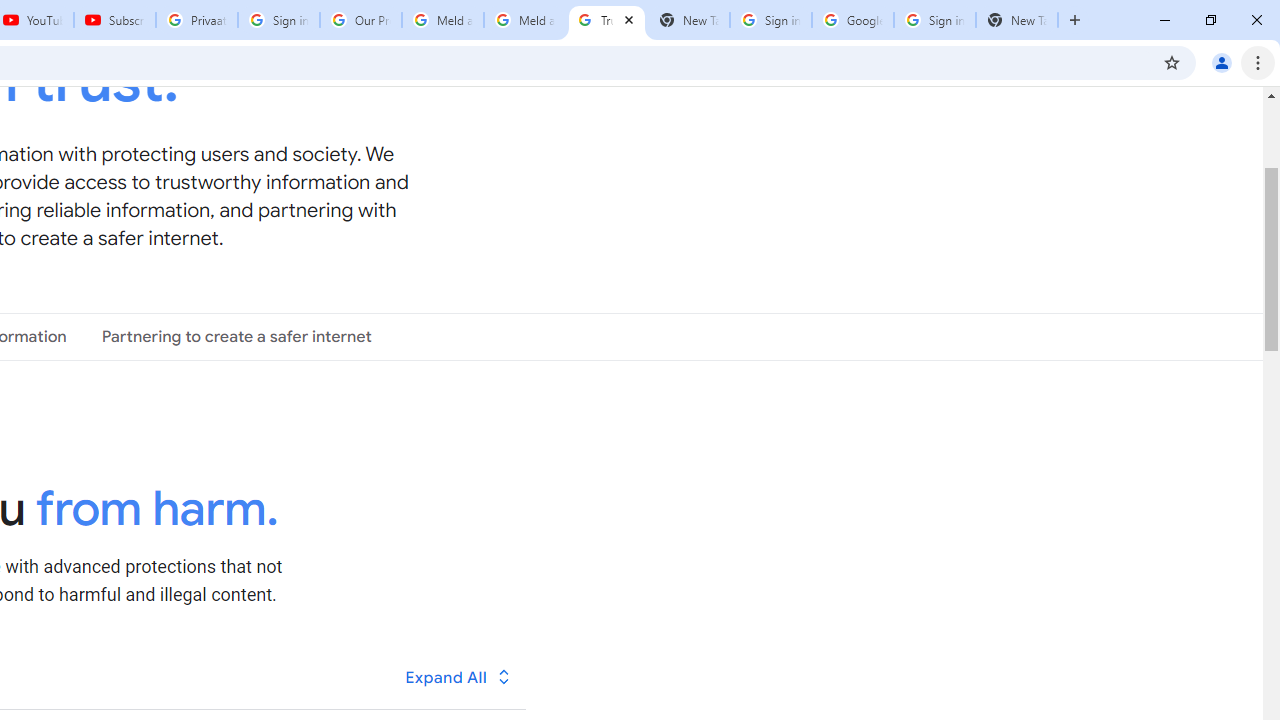 The image size is (1280, 720). Describe the element at coordinates (852, 20) in the screenshot. I see `'Google Cybersecurity Innovations - Google Safety Center'` at that location.